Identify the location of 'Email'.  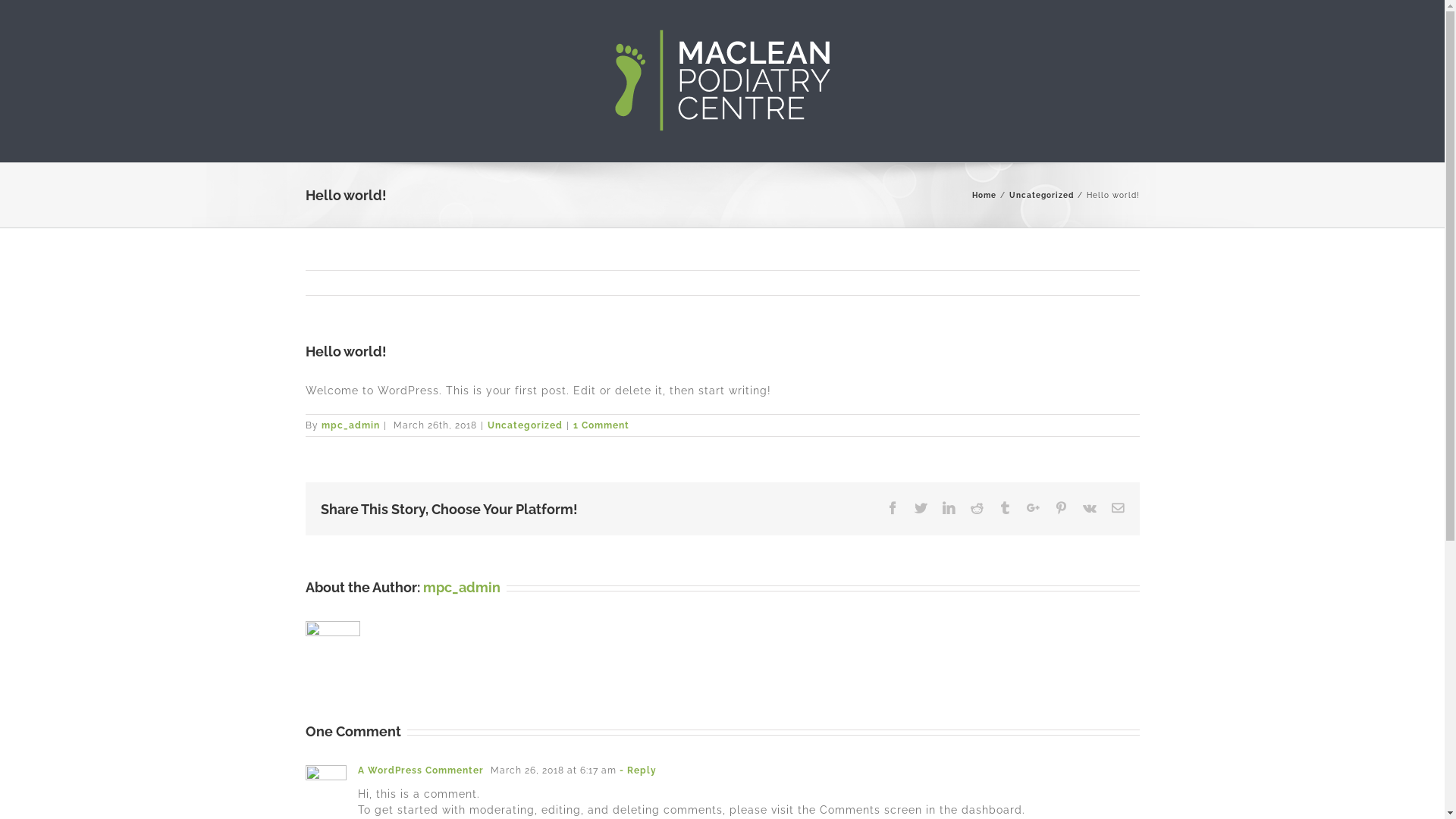
(1118, 508).